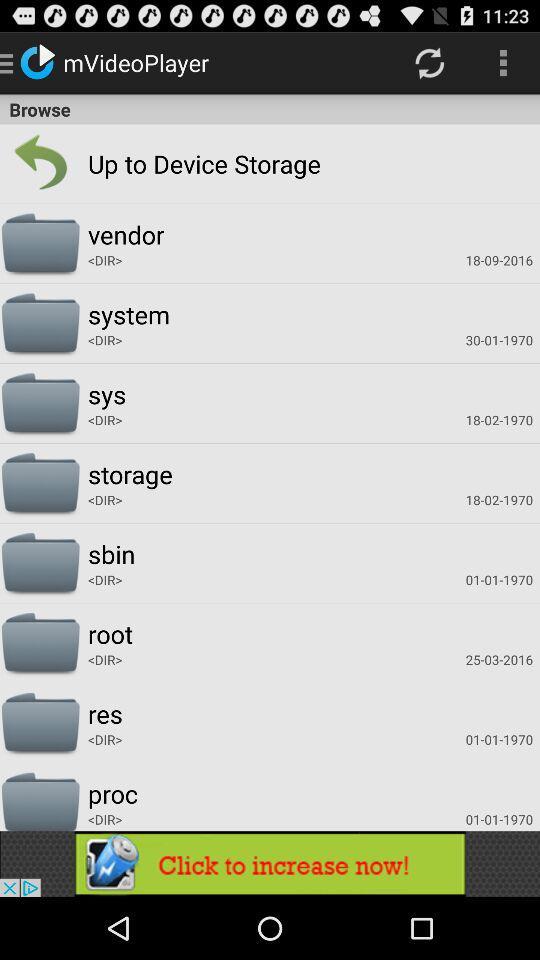  Describe the element at coordinates (162, 162) in the screenshot. I see `up to storage app` at that location.